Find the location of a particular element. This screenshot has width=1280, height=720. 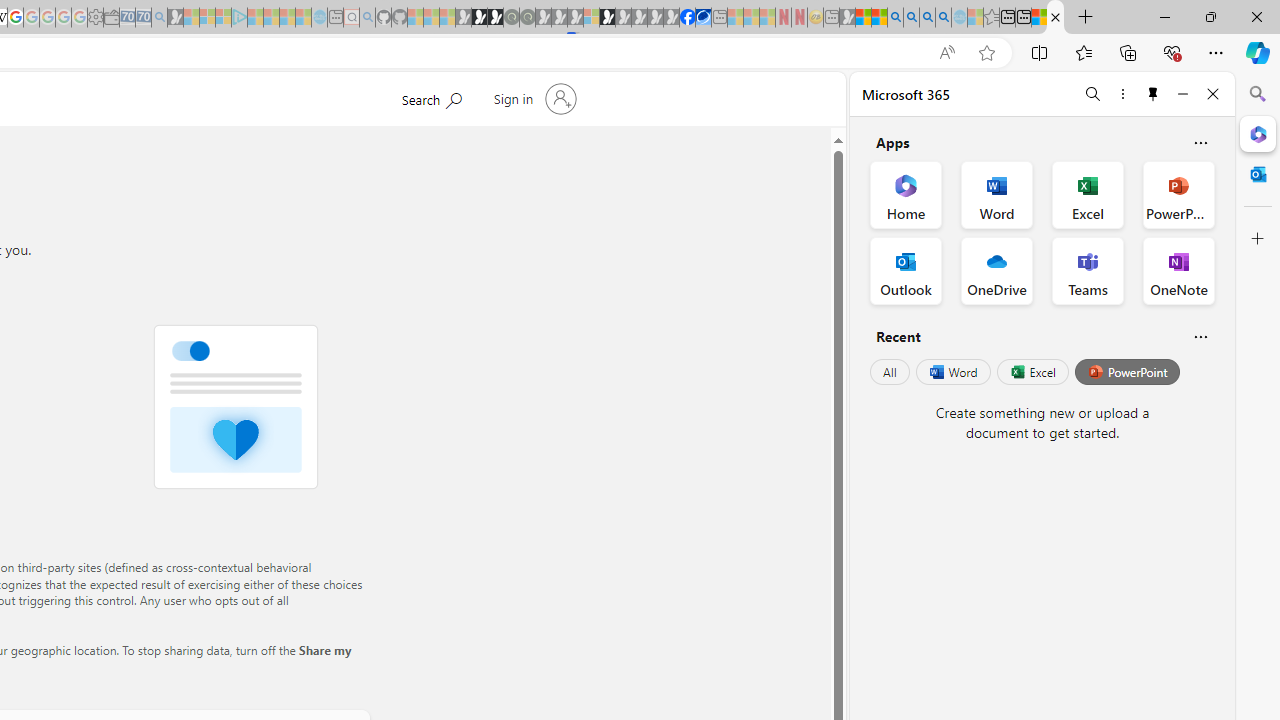

'Excel' is located at coordinates (1032, 372).